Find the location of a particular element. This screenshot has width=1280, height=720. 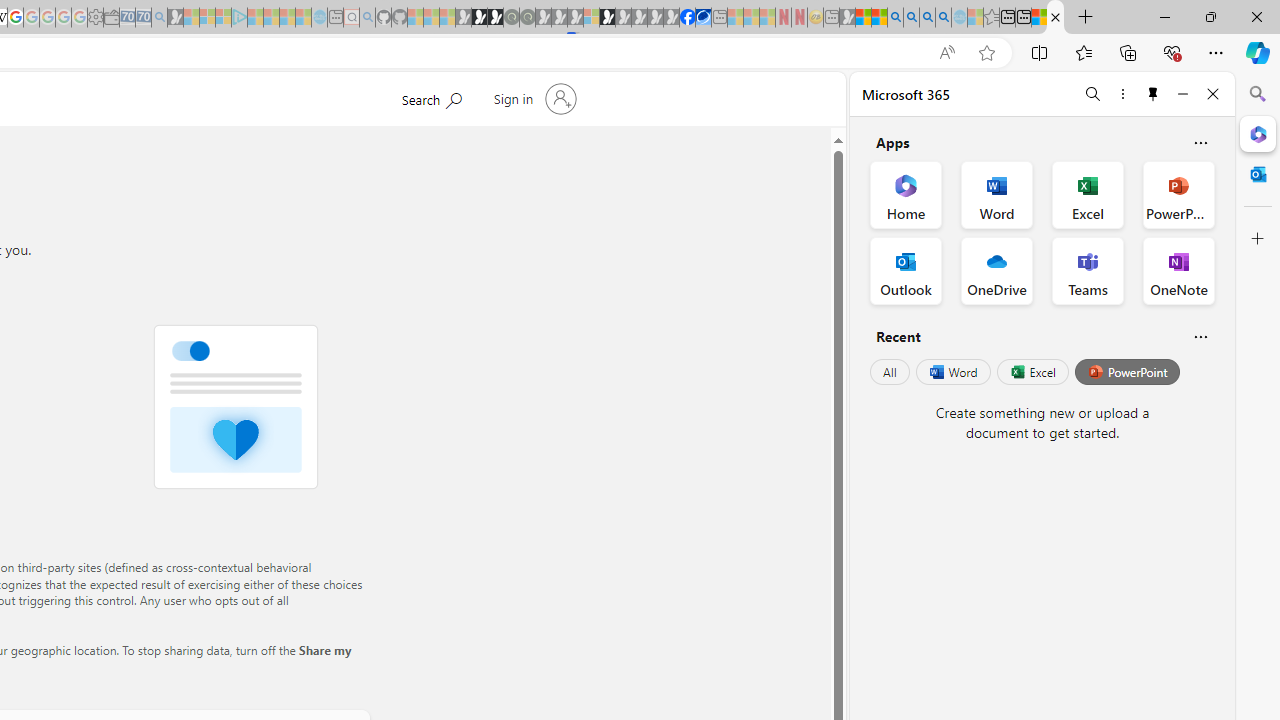

'Excel' is located at coordinates (1032, 372).